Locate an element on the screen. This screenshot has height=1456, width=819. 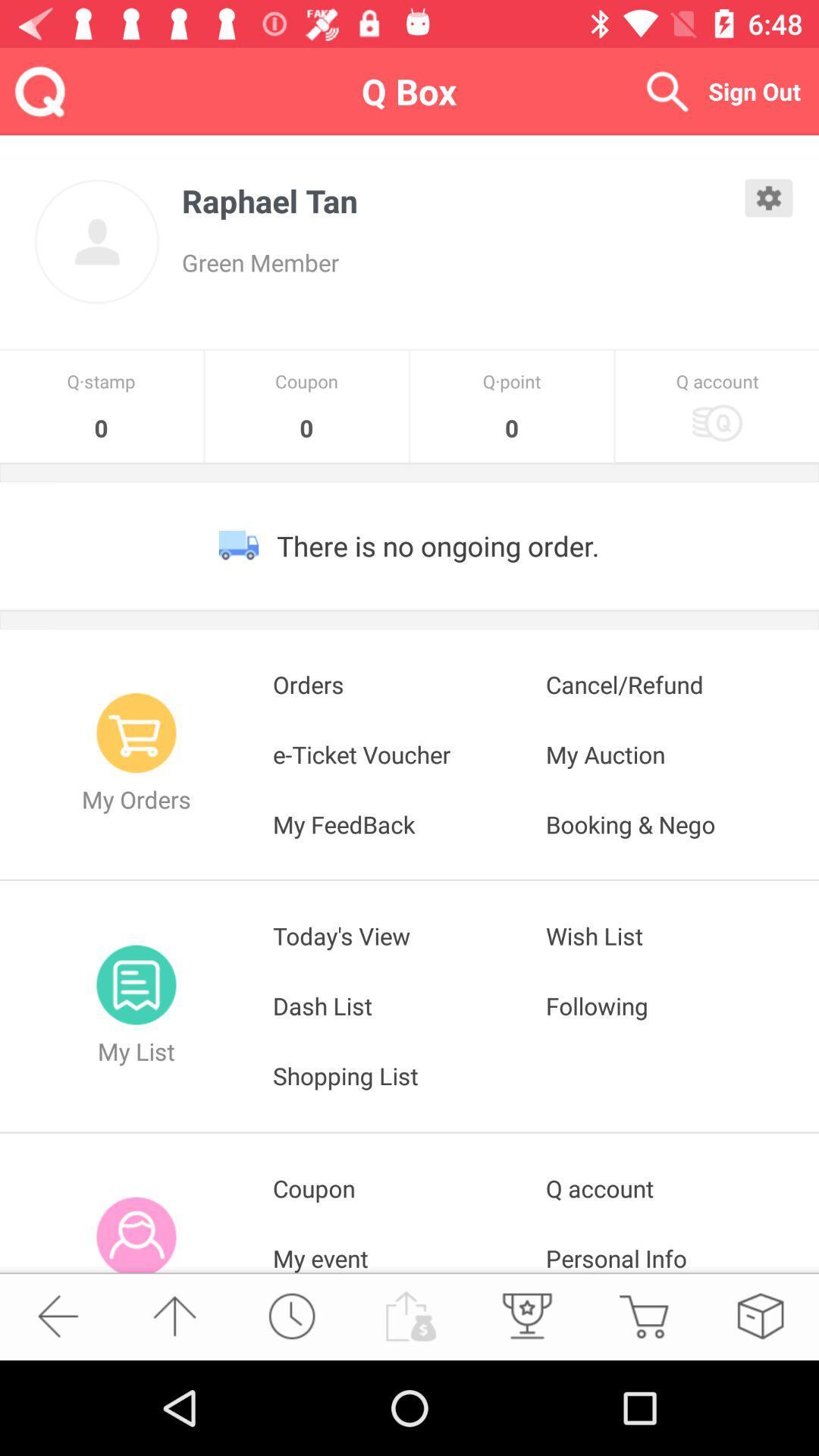
item below the my event icon is located at coordinates (408, 1315).